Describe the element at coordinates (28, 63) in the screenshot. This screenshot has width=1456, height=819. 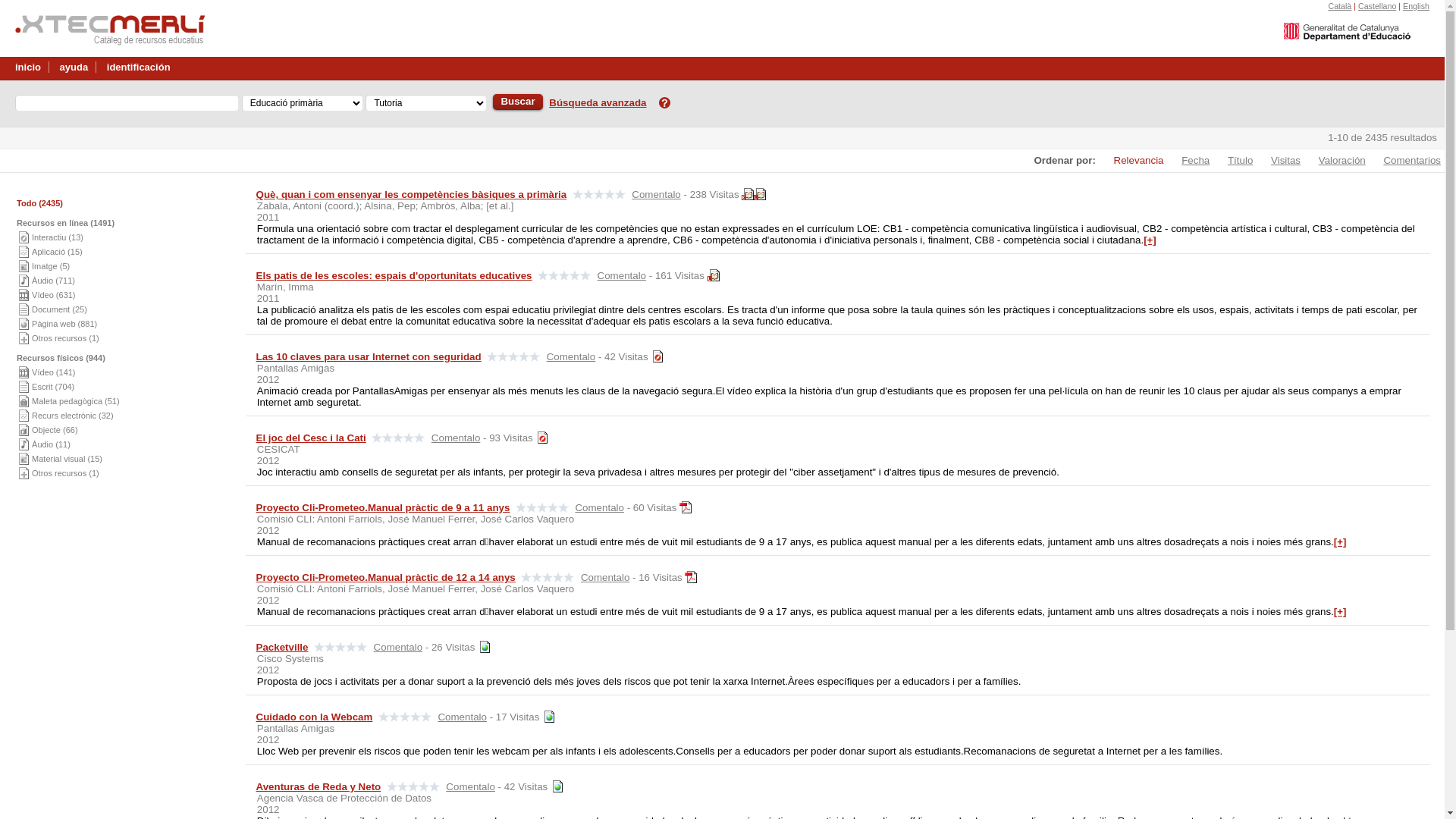
I see `'inicio'` at that location.